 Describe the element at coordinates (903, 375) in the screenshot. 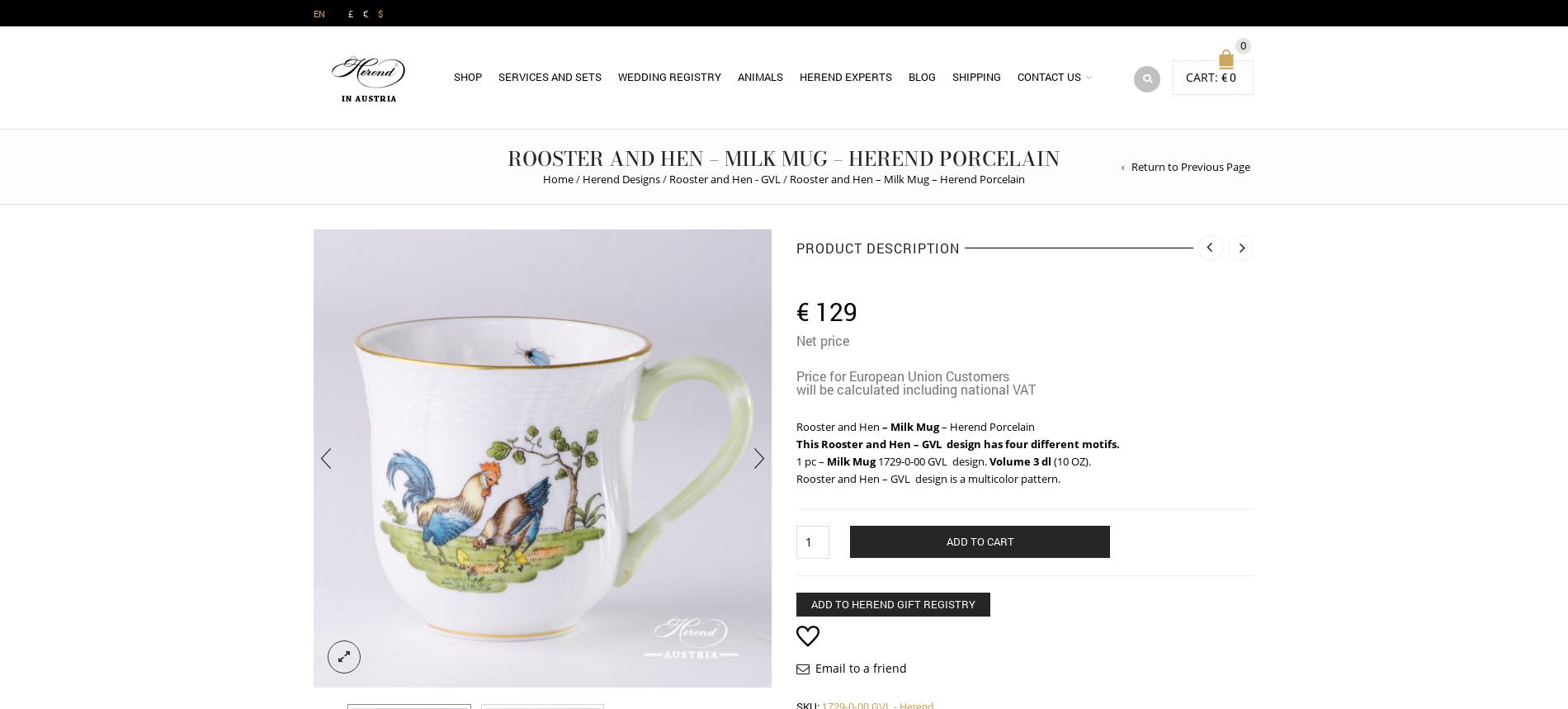

I see `'Price for European Union Customers'` at that location.